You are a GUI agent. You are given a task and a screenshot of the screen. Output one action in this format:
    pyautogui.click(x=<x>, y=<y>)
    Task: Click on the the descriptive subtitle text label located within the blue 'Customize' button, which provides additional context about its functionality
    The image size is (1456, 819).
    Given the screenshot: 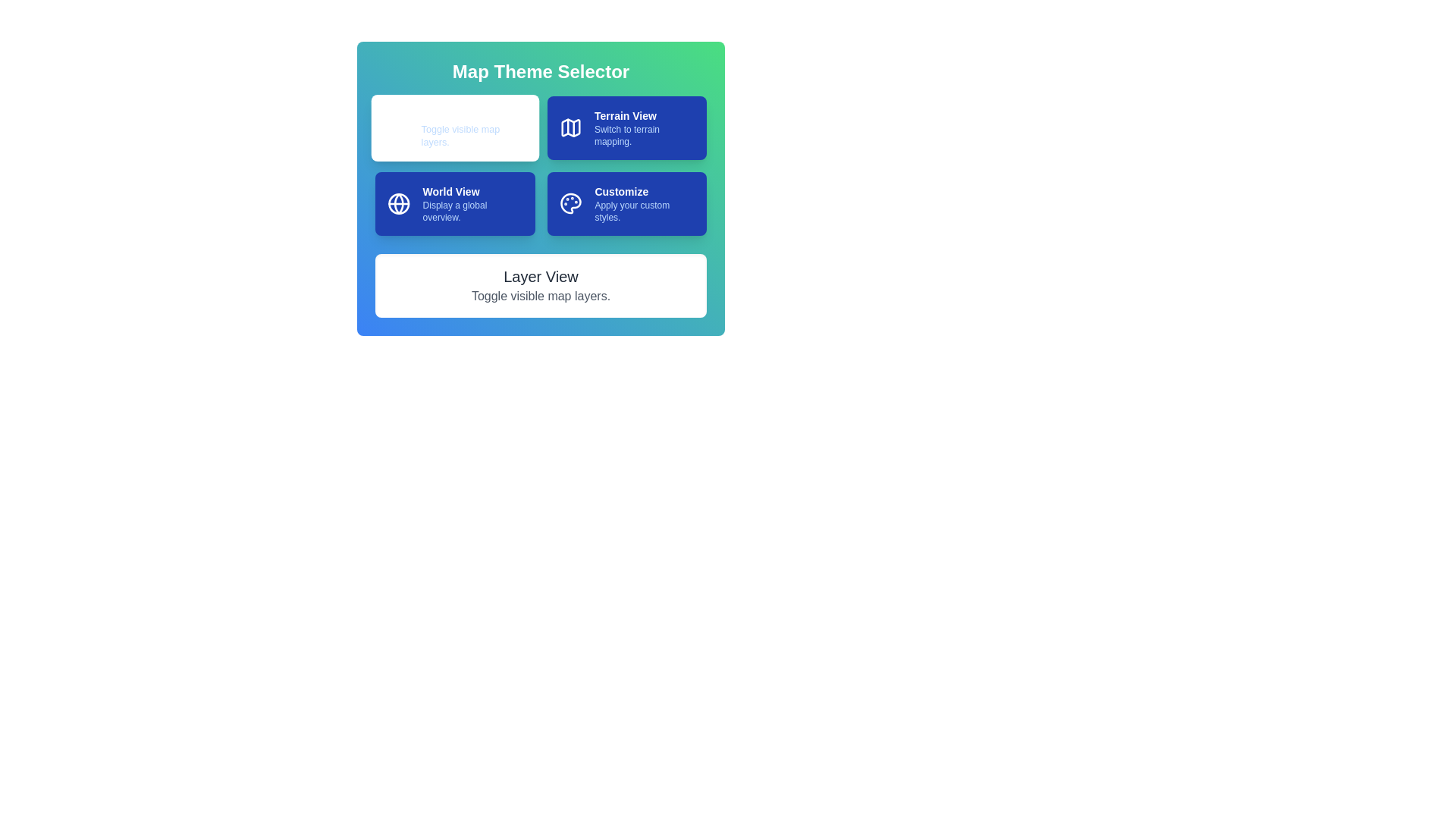 What is the action you would take?
    pyautogui.click(x=645, y=211)
    